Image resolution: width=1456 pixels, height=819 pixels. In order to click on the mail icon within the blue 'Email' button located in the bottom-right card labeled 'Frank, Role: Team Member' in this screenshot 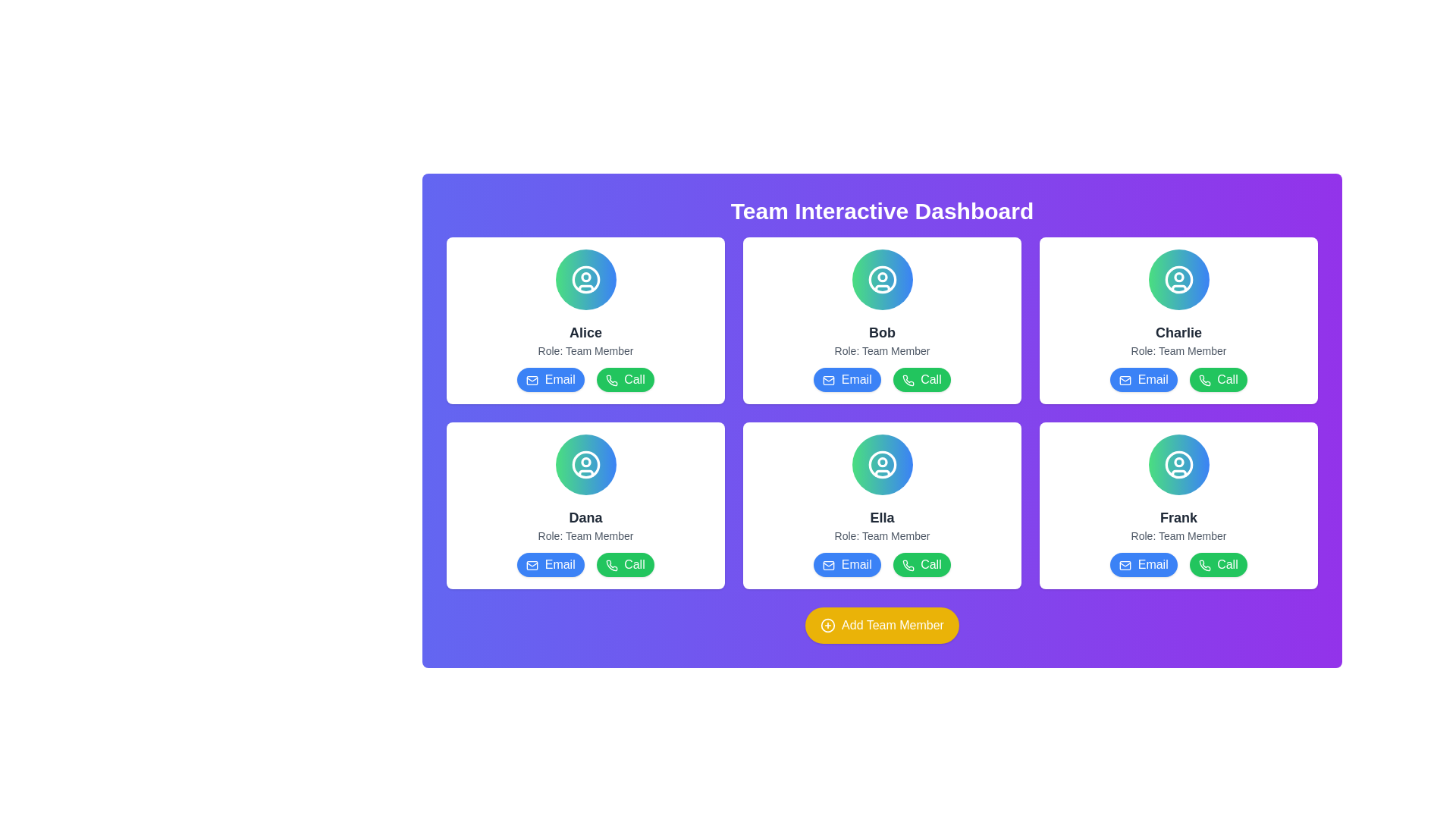, I will do `click(1125, 565)`.